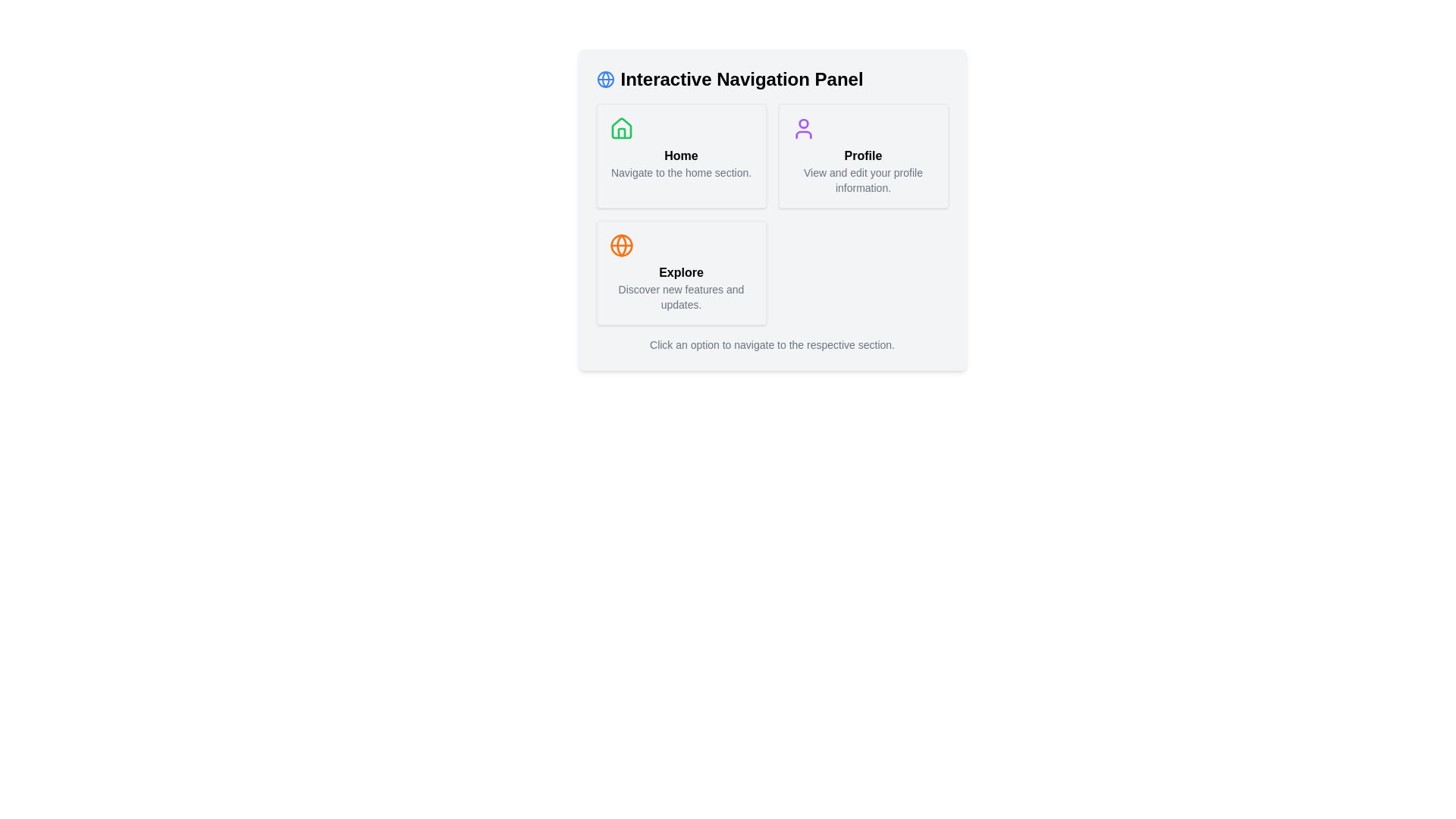  Describe the element at coordinates (680, 271) in the screenshot. I see `the third card in the lower-left corner of the grid layout` at that location.